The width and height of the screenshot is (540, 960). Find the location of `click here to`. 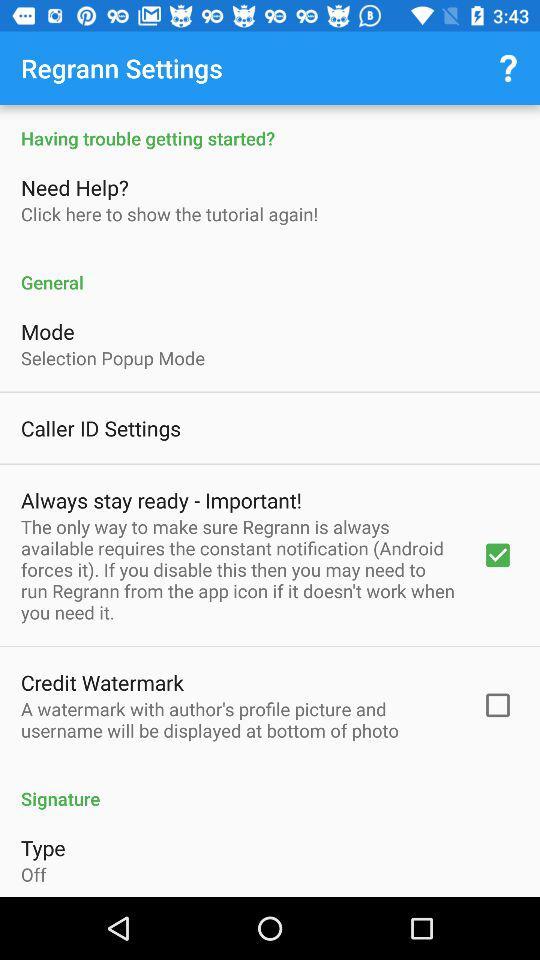

click here to is located at coordinates (168, 214).